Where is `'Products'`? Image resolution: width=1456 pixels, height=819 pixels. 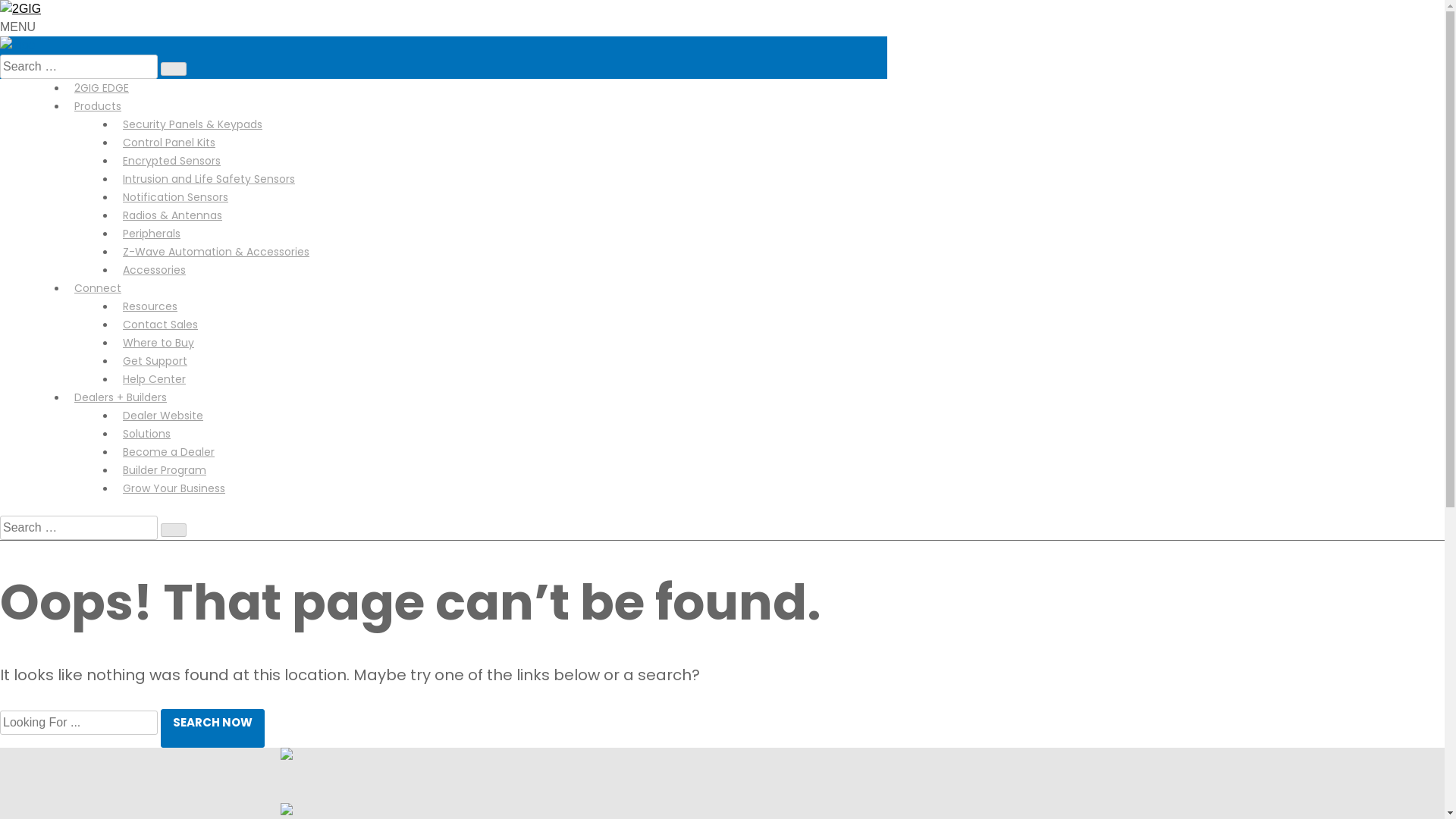 'Products' is located at coordinates (97, 105).